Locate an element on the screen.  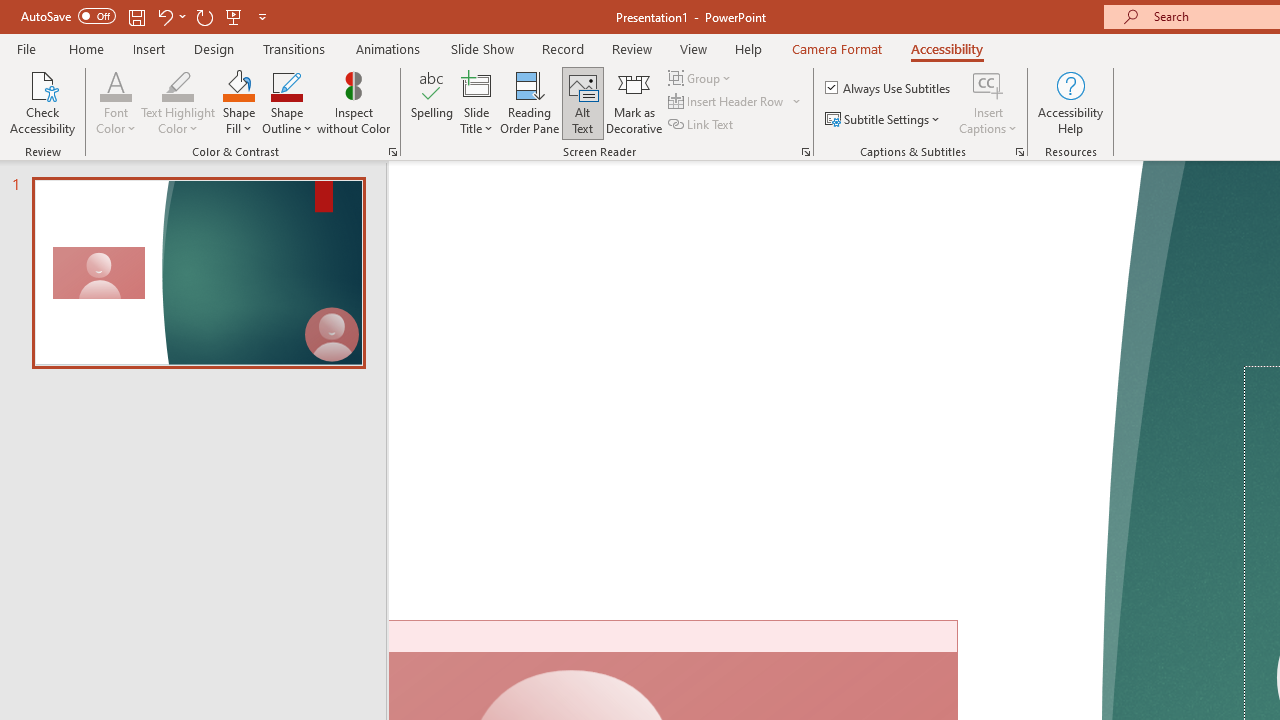
'Screen Reader' is located at coordinates (805, 150).